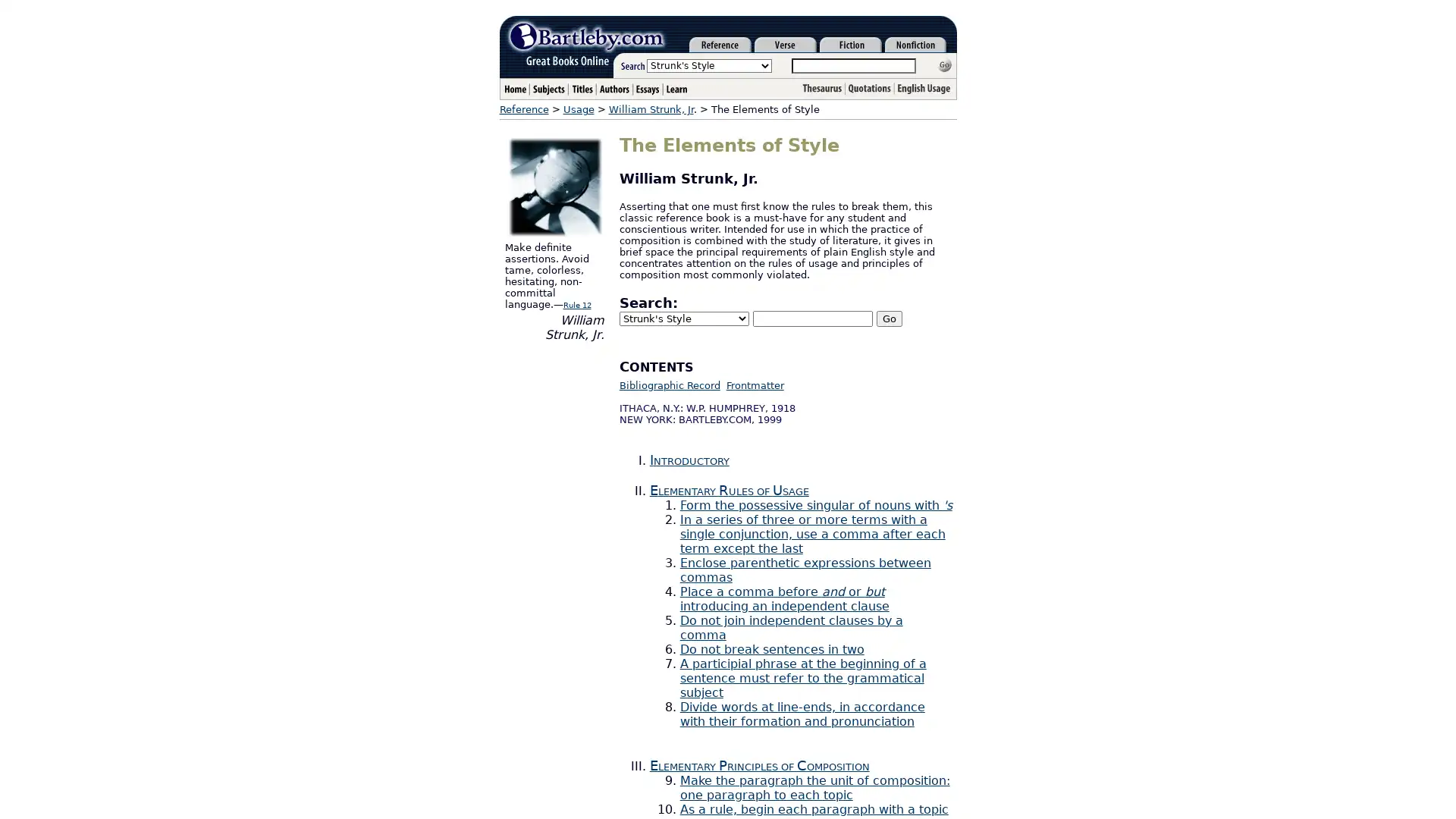 The image size is (1456, 819). I want to click on Go, so click(888, 318).